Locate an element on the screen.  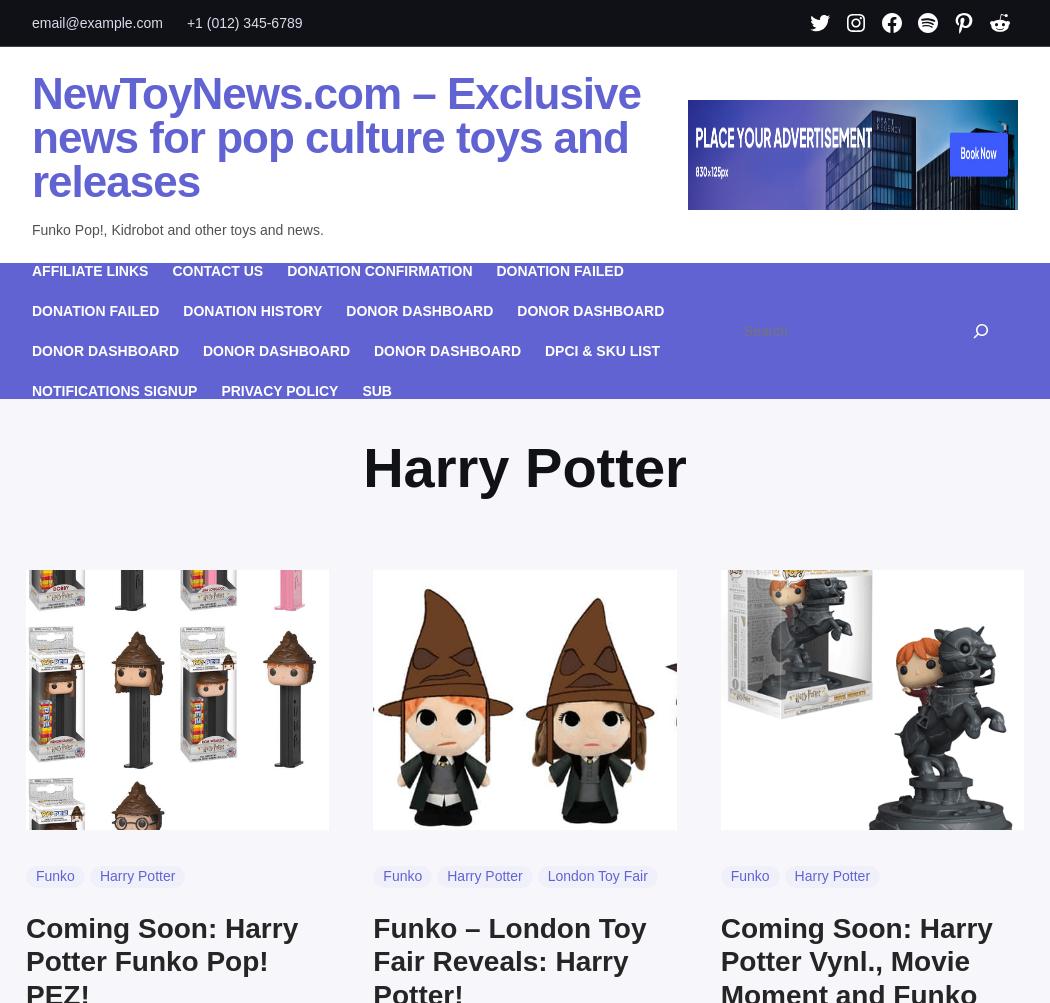
'Funko Pop!, Kidrobot and other toys and news.' is located at coordinates (32, 228).